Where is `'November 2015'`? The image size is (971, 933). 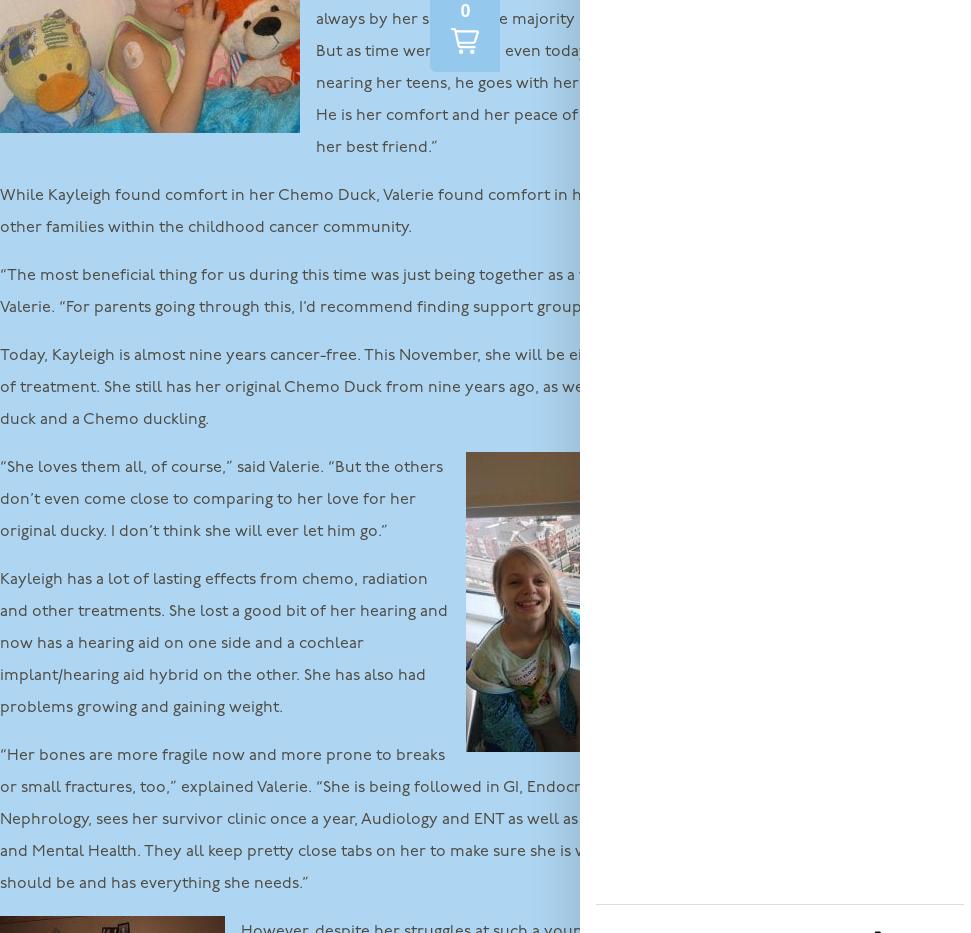
'November 2015' is located at coordinates (729, 232).